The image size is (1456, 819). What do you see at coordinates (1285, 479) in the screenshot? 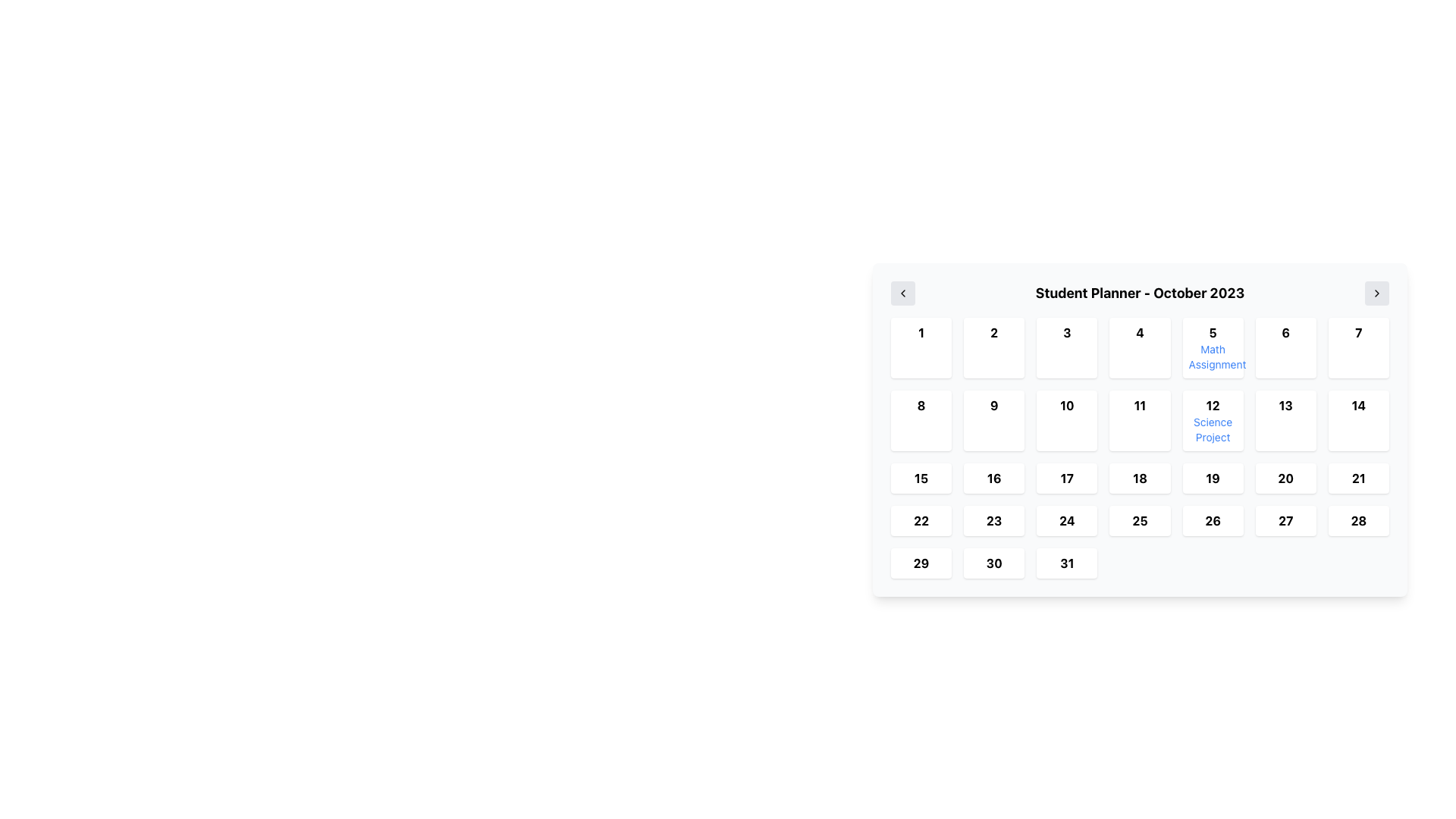
I see `to select the date '20' in the calendar grid, located in the sixth column of the third row` at bounding box center [1285, 479].